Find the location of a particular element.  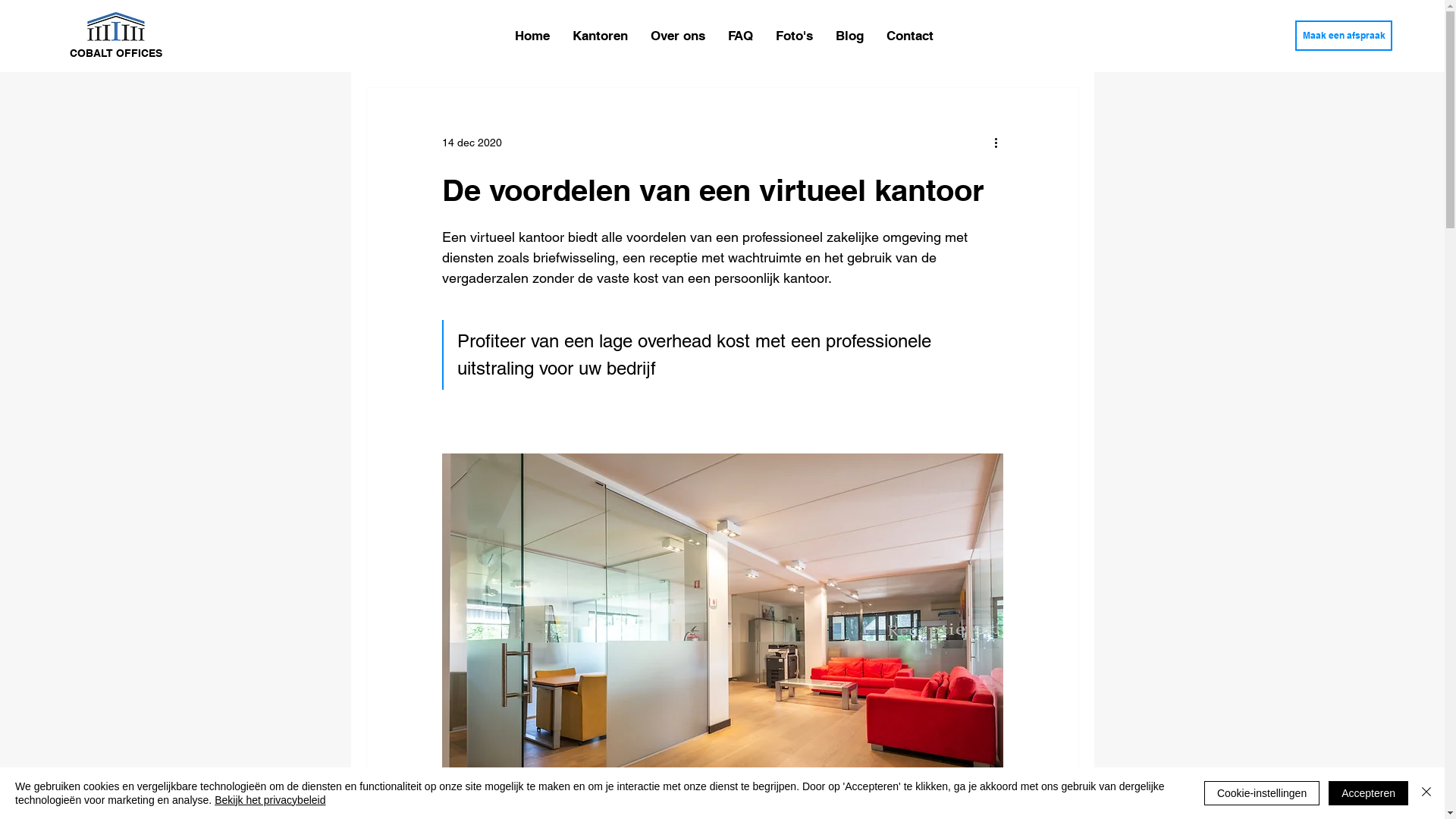

'Over ons' is located at coordinates (676, 34).